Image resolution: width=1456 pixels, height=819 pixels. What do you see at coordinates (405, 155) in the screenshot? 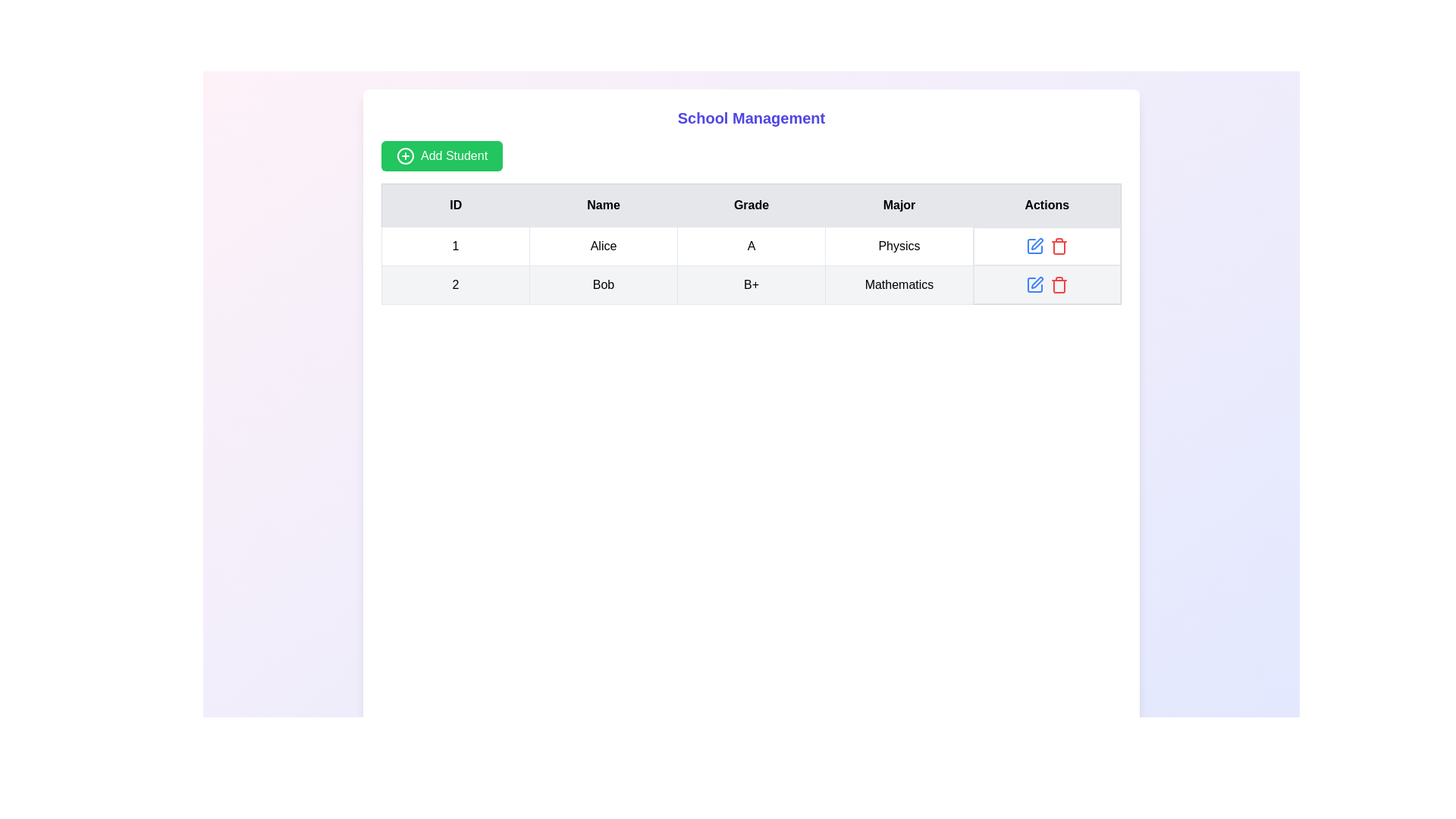
I see `the graphical icon located to the left of the 'Add Student' button text label` at bounding box center [405, 155].